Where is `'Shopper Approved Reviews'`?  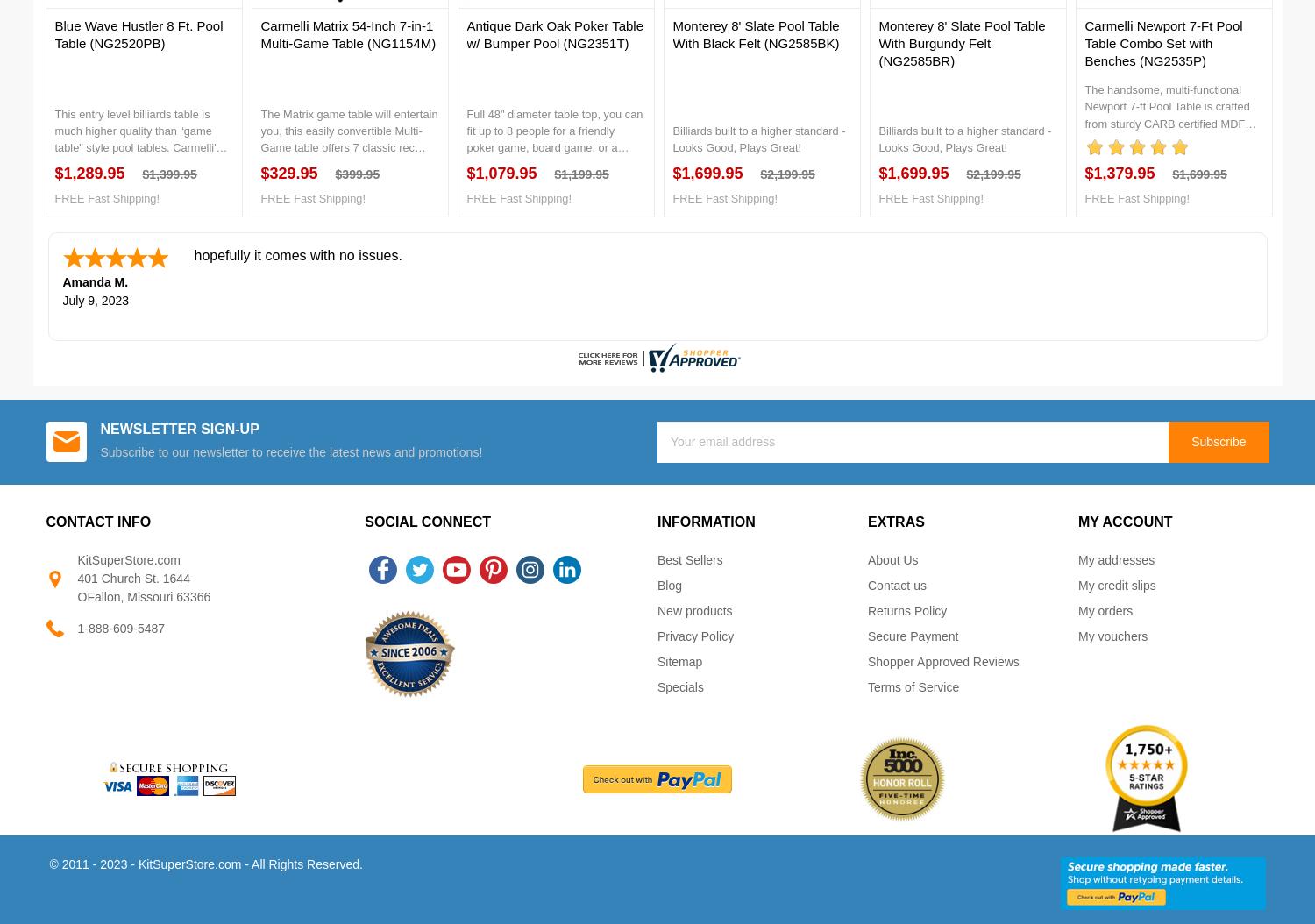 'Shopper Approved Reviews' is located at coordinates (942, 661).